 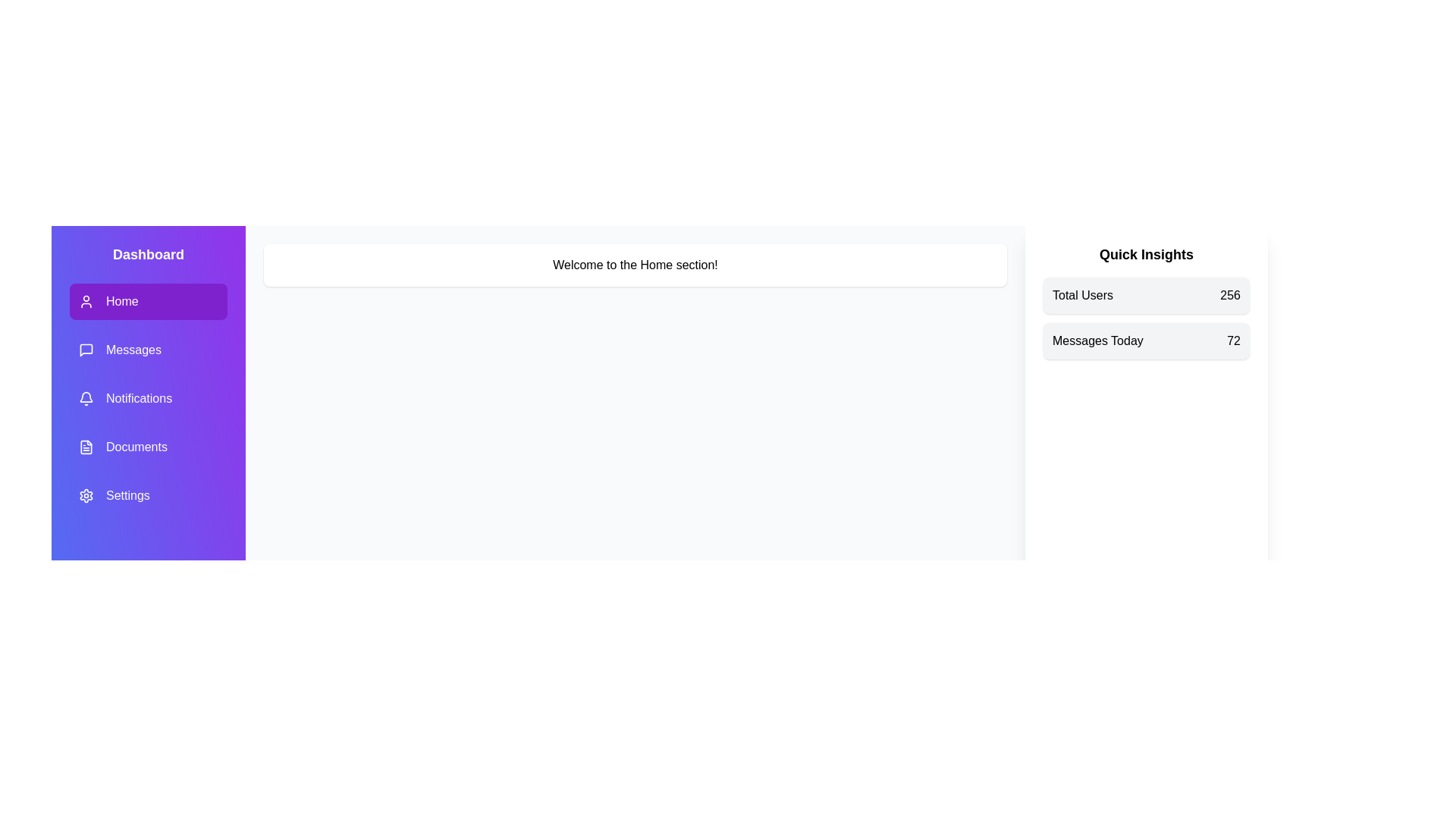 I want to click on the 'Messages' icon in the navigation menu, so click(x=86, y=350).